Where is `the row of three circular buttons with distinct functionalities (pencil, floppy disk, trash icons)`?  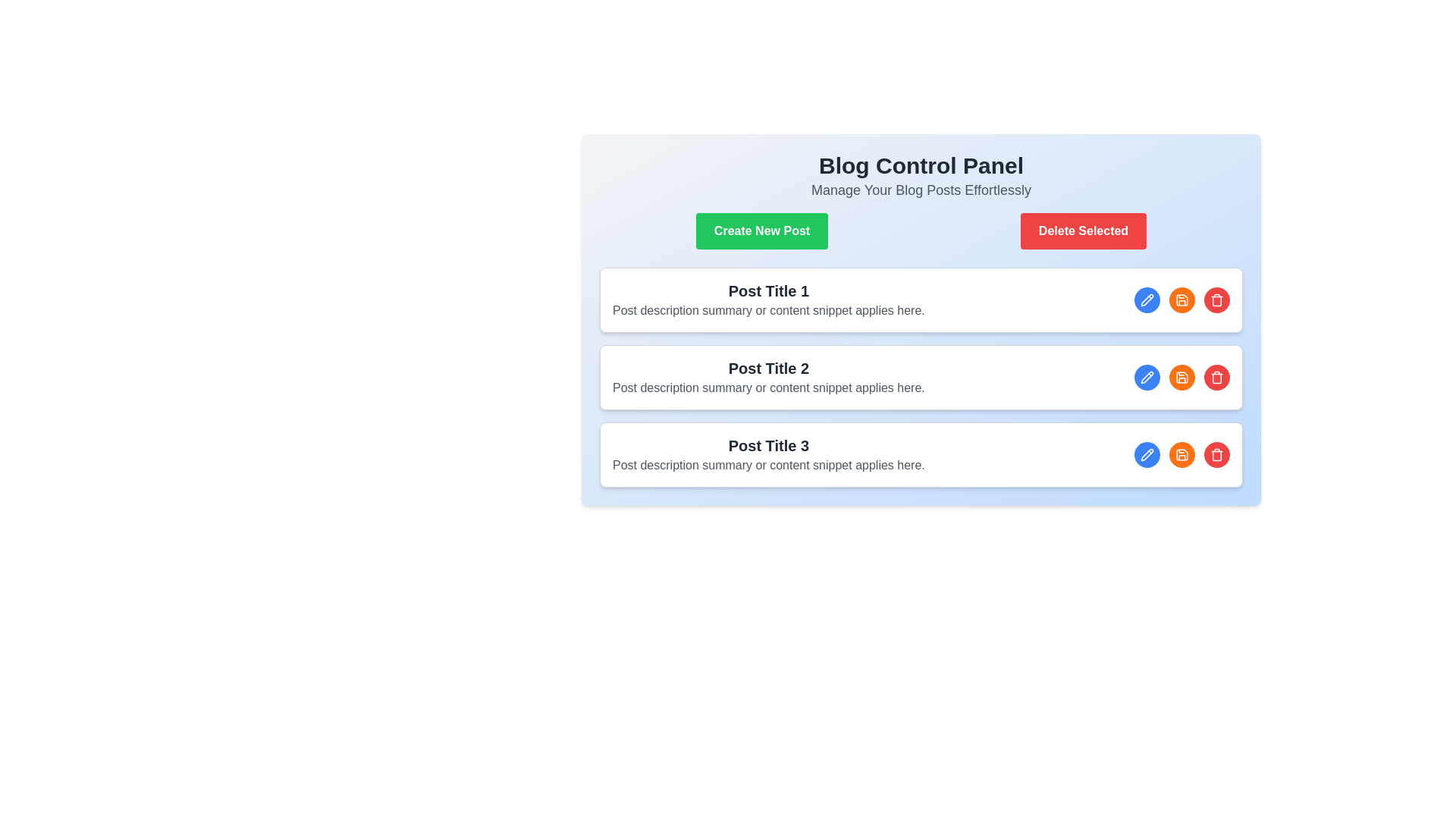 the row of three circular buttons with distinct functionalities (pencil, floppy disk, trash icons) is located at coordinates (1181, 454).